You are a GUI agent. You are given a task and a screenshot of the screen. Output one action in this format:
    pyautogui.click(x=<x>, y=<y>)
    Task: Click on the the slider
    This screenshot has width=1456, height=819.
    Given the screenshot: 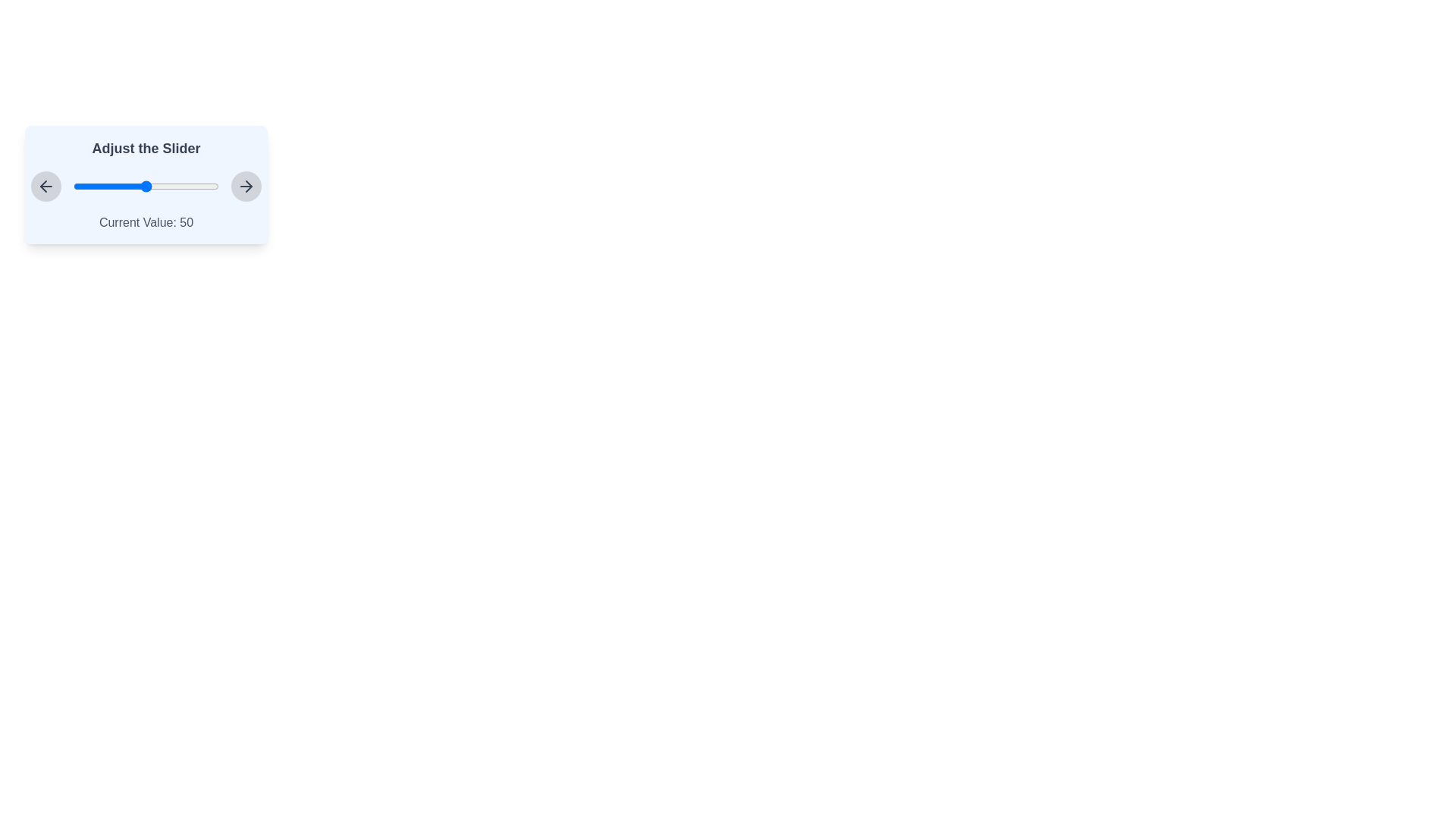 What is the action you would take?
    pyautogui.click(x=103, y=186)
    